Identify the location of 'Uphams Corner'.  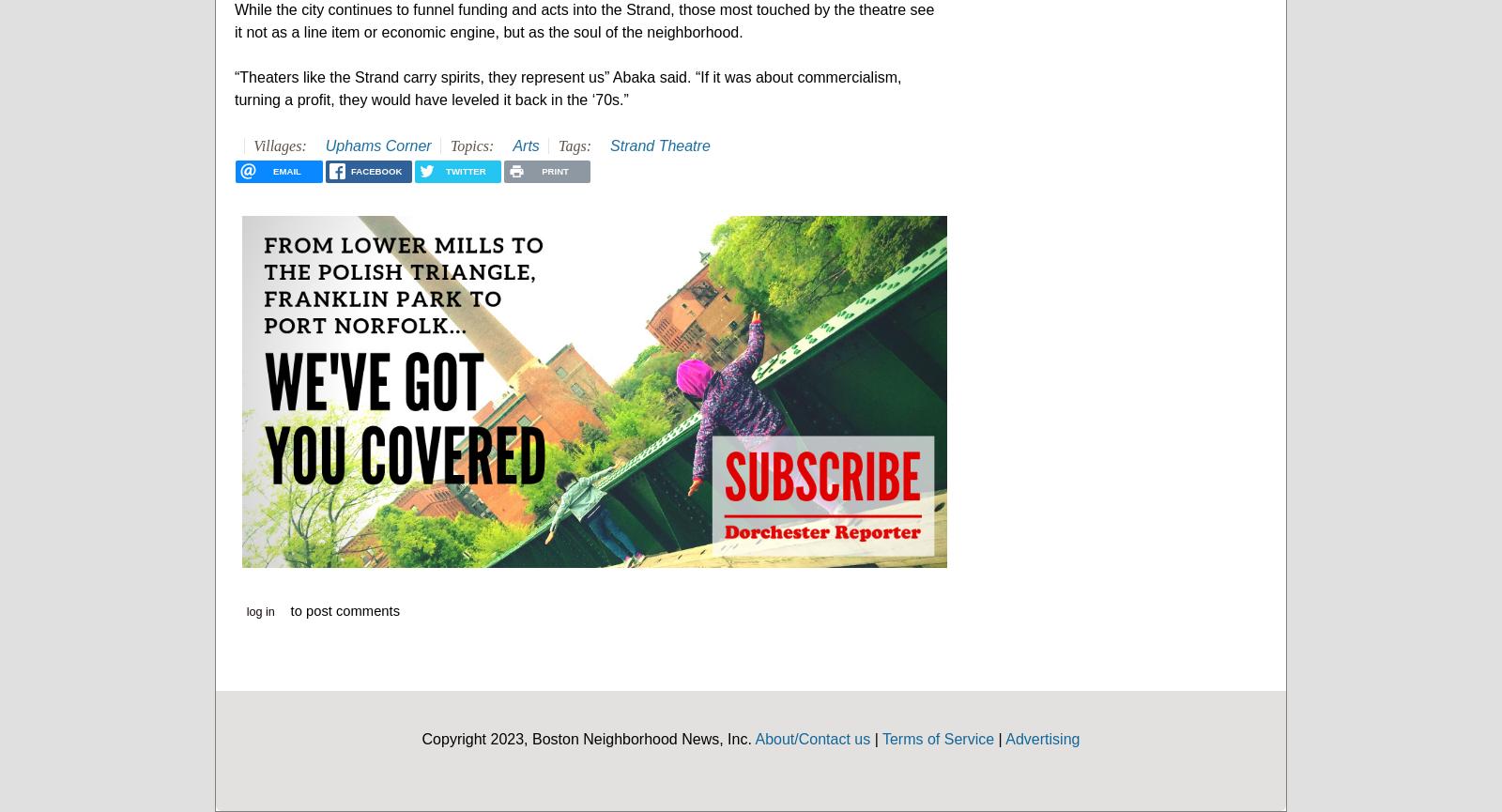
(376, 144).